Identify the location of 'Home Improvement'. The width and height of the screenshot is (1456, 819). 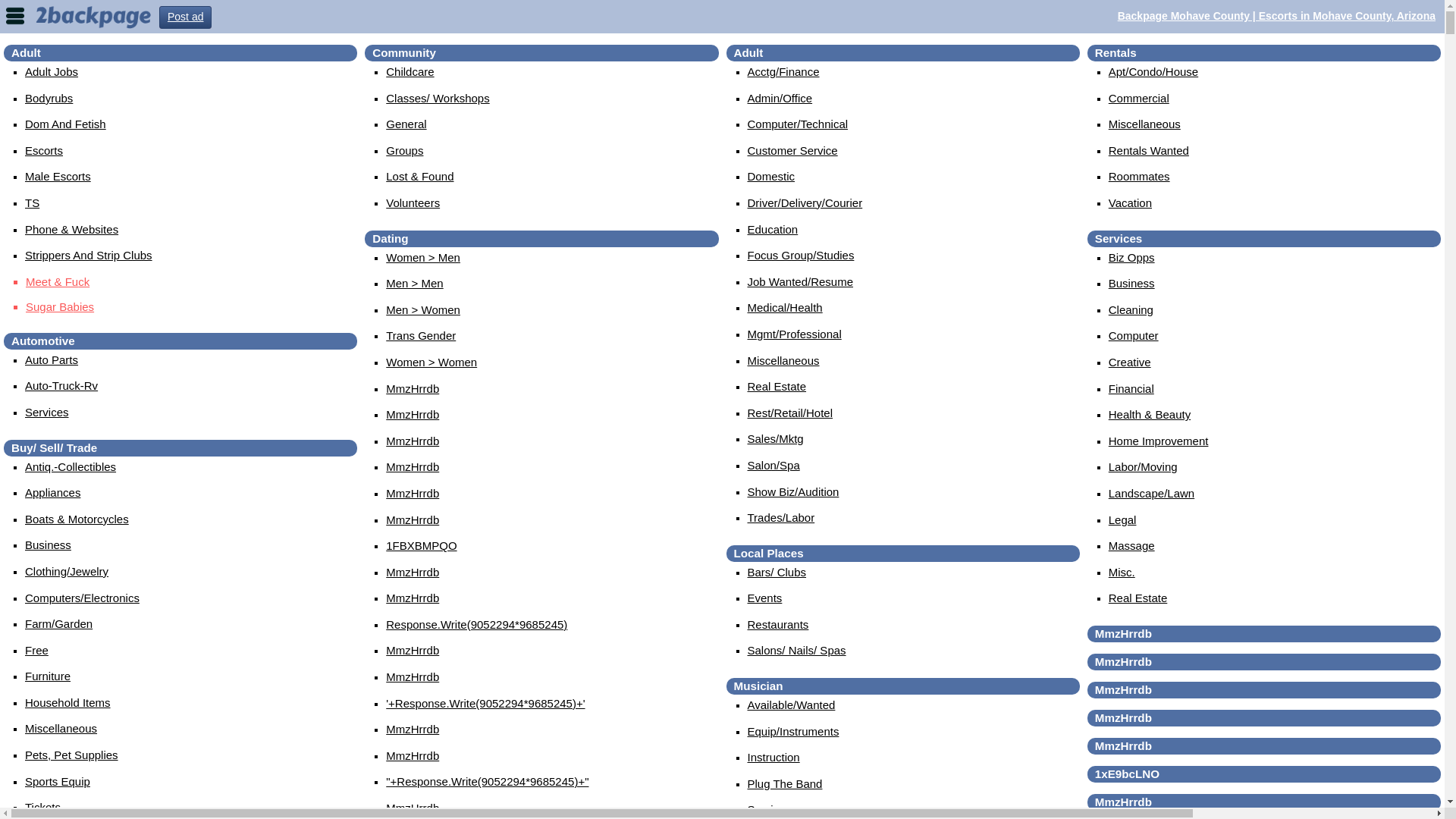
(1157, 441).